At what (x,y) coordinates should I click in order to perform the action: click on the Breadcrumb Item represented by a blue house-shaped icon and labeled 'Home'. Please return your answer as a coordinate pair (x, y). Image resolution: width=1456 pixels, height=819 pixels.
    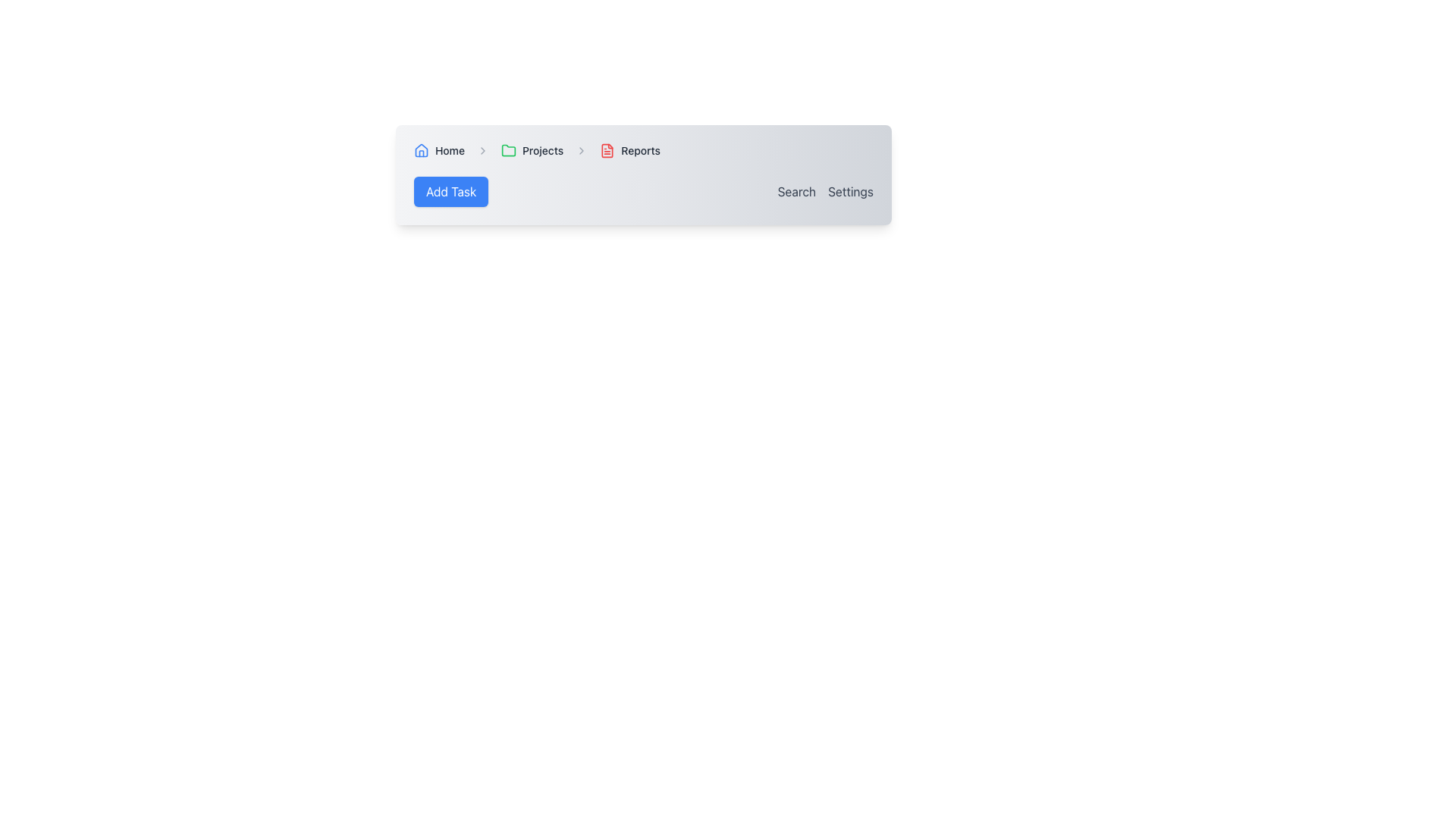
    Looking at the image, I should click on (438, 151).